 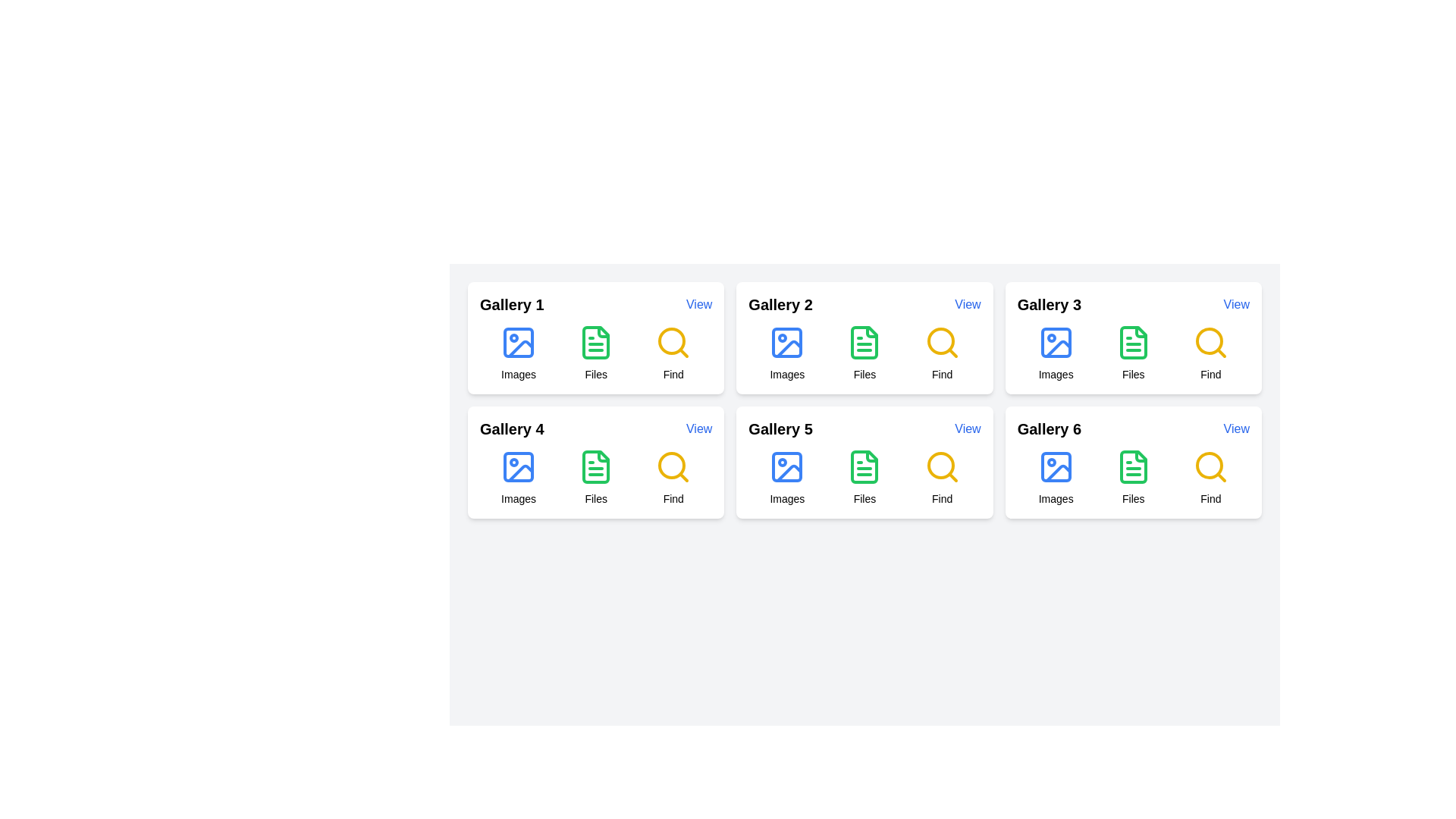 I want to click on the yellow magnifying glass icon labeled 'Find', which is the third item in its group of three elements within the second gallery card, so click(x=941, y=353).